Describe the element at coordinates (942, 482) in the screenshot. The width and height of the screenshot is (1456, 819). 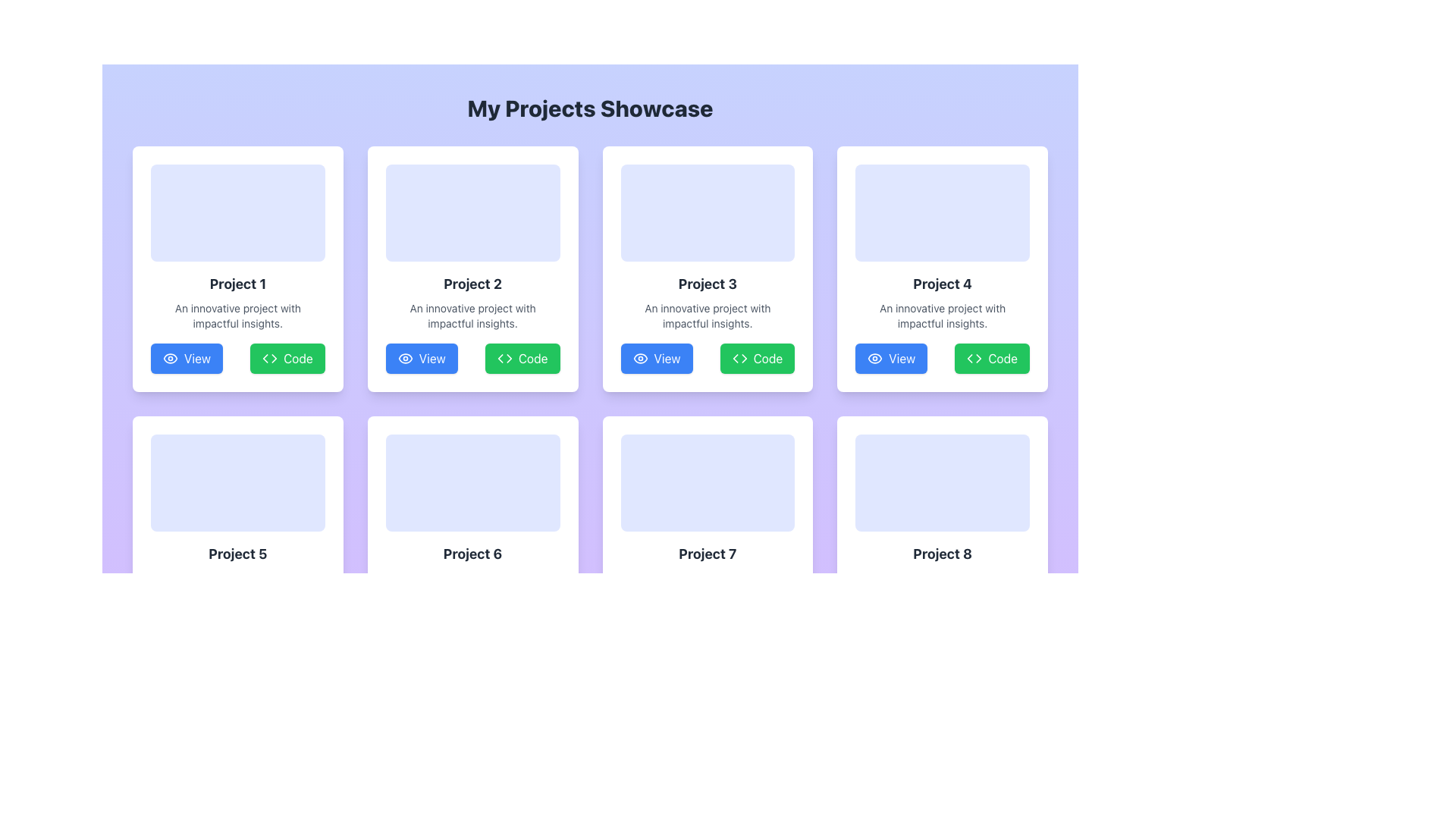
I see `the decorative placeholder located at the top of the 'Project 8' card, which serves as the visual centerpiece for the project` at that location.